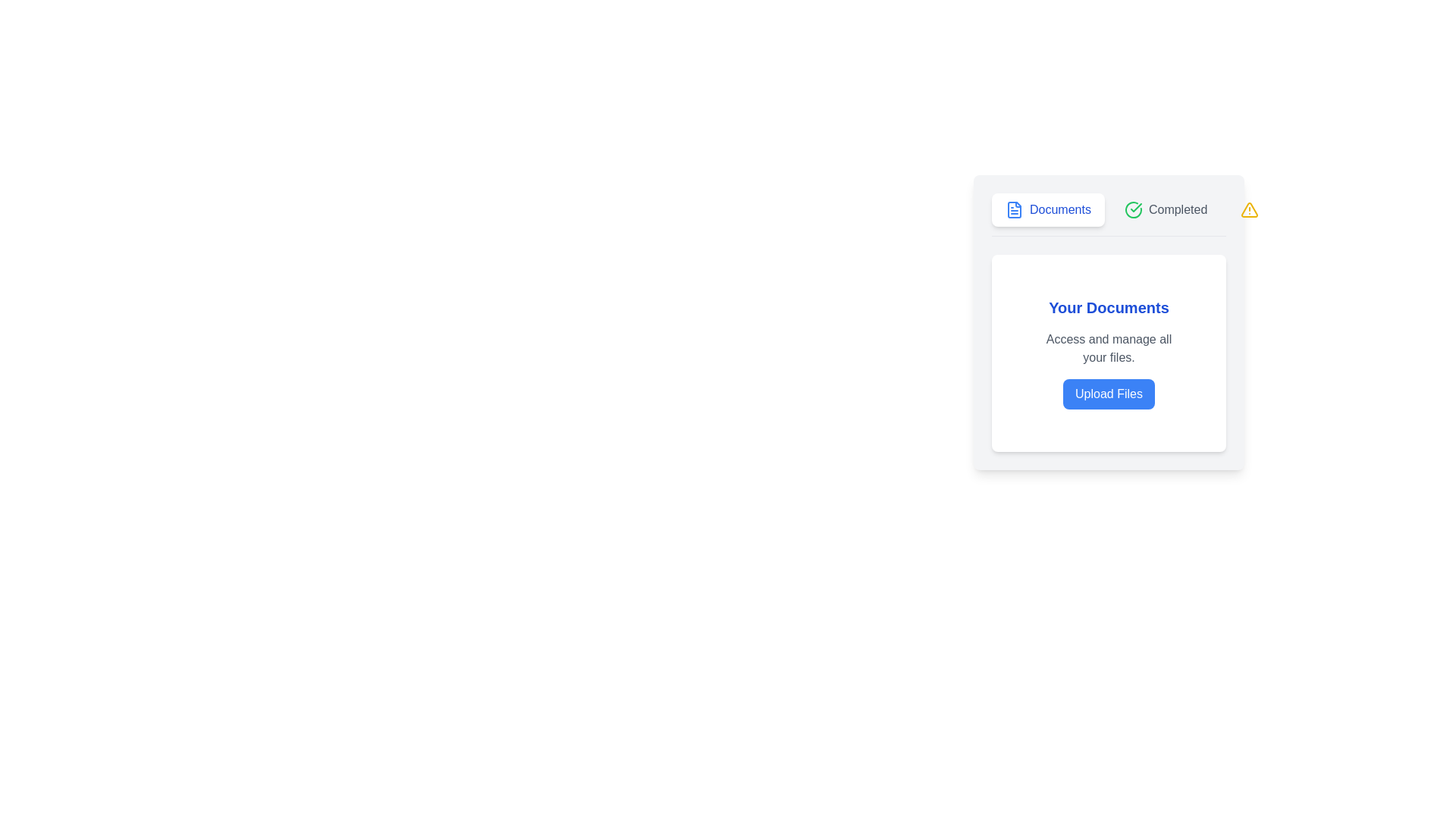 This screenshot has height=819, width=1456. Describe the element at coordinates (1109, 215) in the screenshot. I see `the 'Documents' link in the navigation bar` at that location.